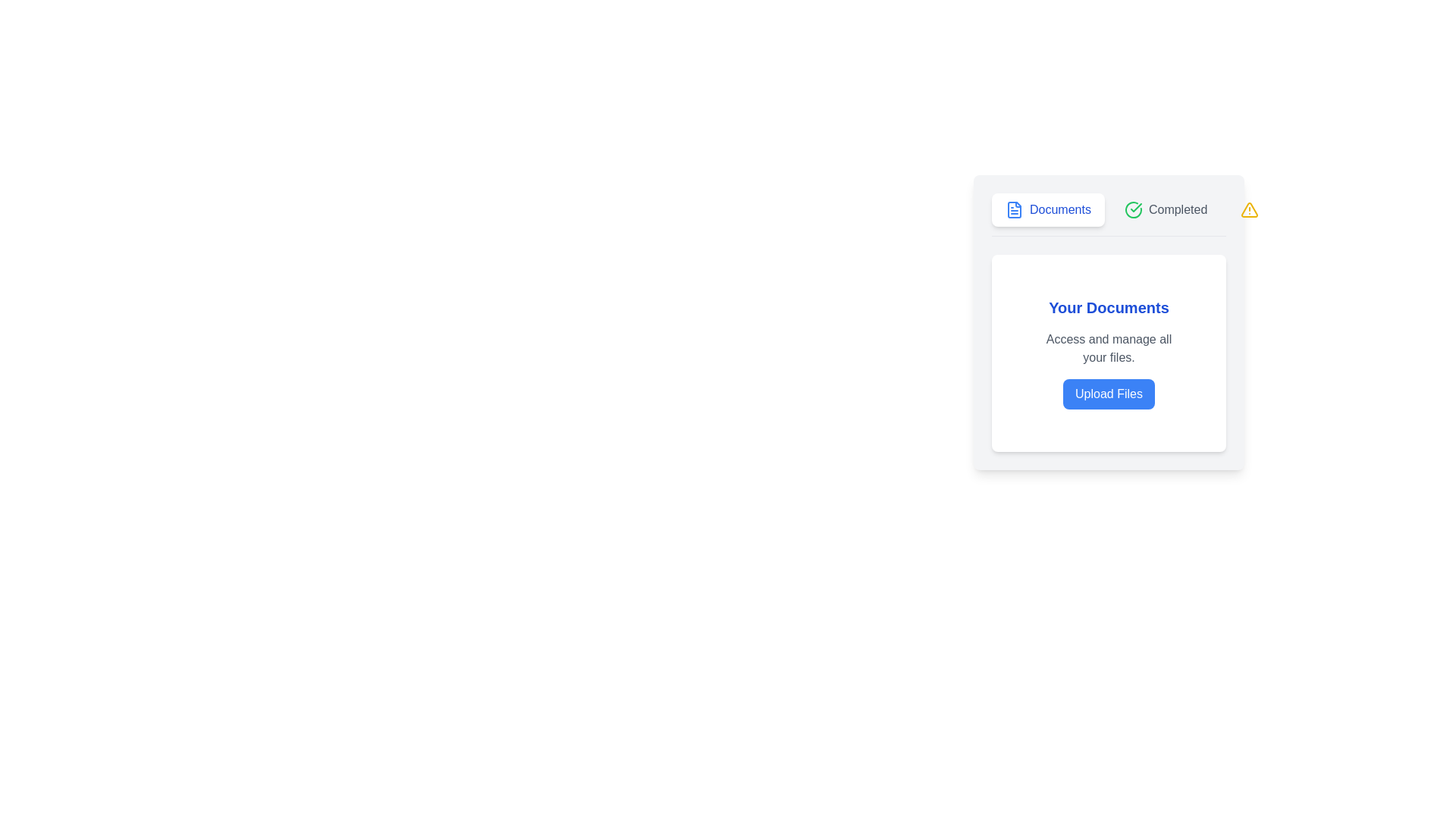 This screenshot has height=819, width=1456. Describe the element at coordinates (1109, 215) in the screenshot. I see `the 'Documents' link in the navigation bar` at that location.